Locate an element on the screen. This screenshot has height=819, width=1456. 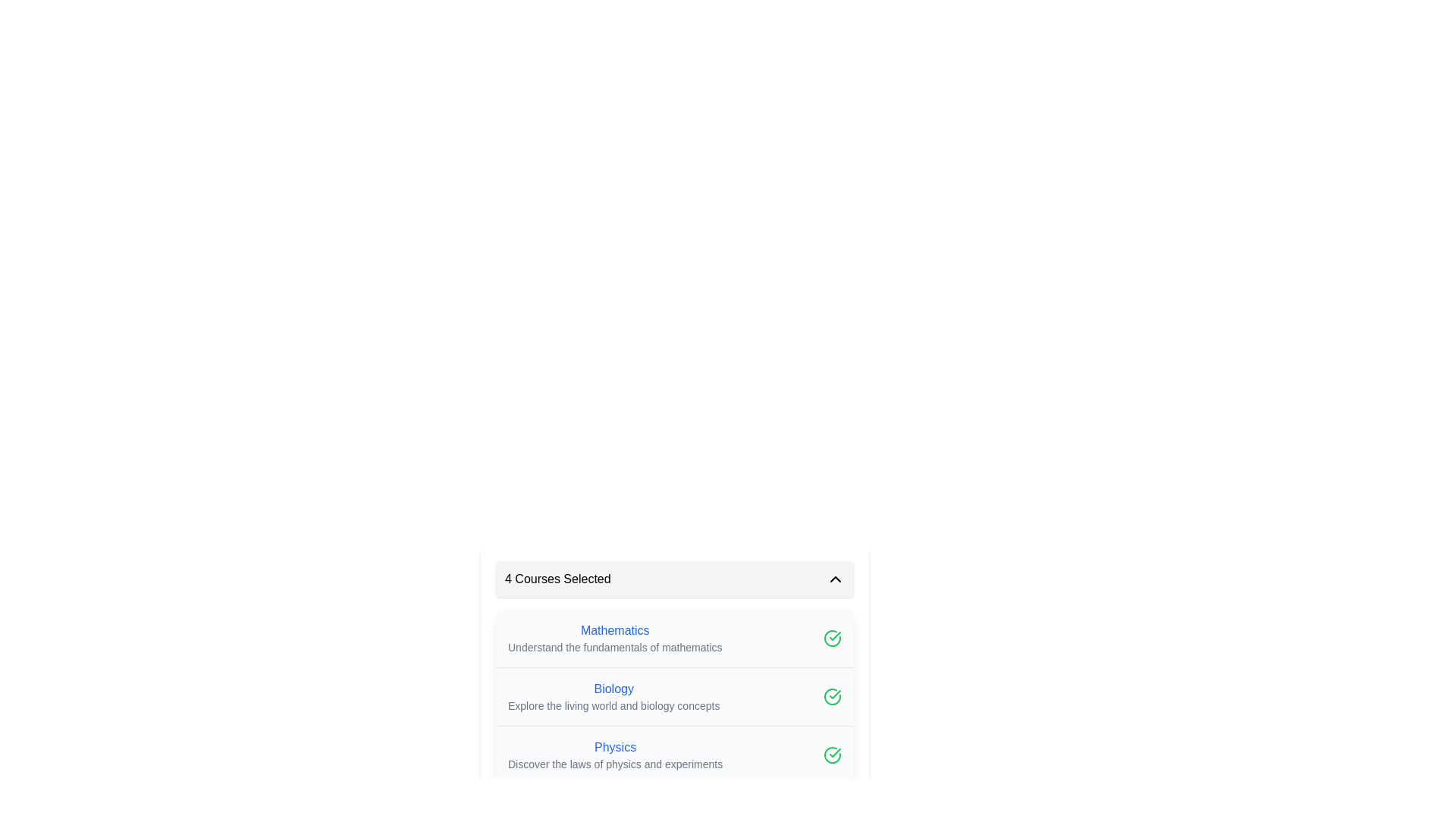
the 'Biology' text element, which is styled in blue and bold font, located in the second row of the list, above the 'Physics' entry is located at coordinates (613, 689).